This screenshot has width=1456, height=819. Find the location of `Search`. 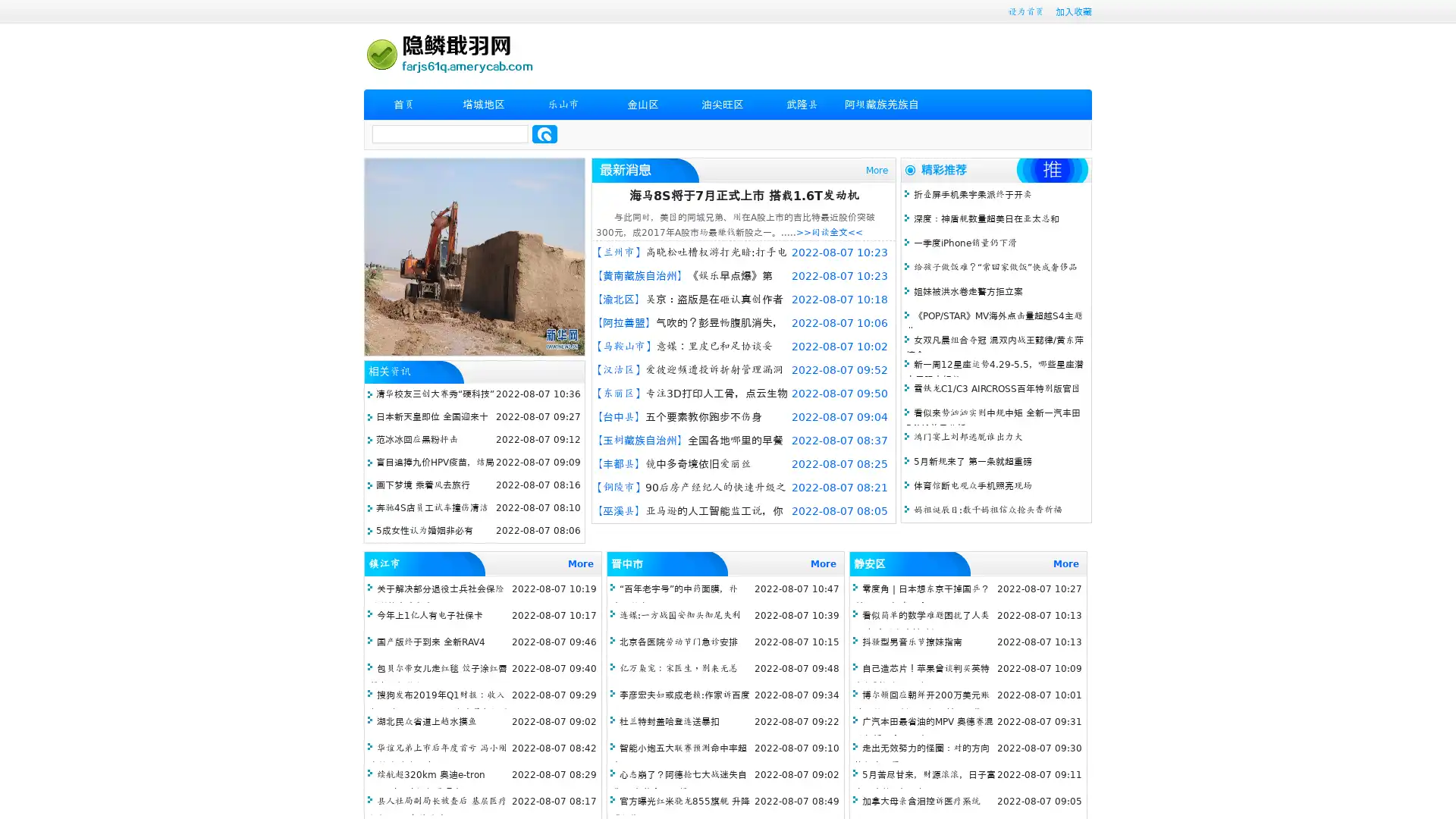

Search is located at coordinates (544, 133).